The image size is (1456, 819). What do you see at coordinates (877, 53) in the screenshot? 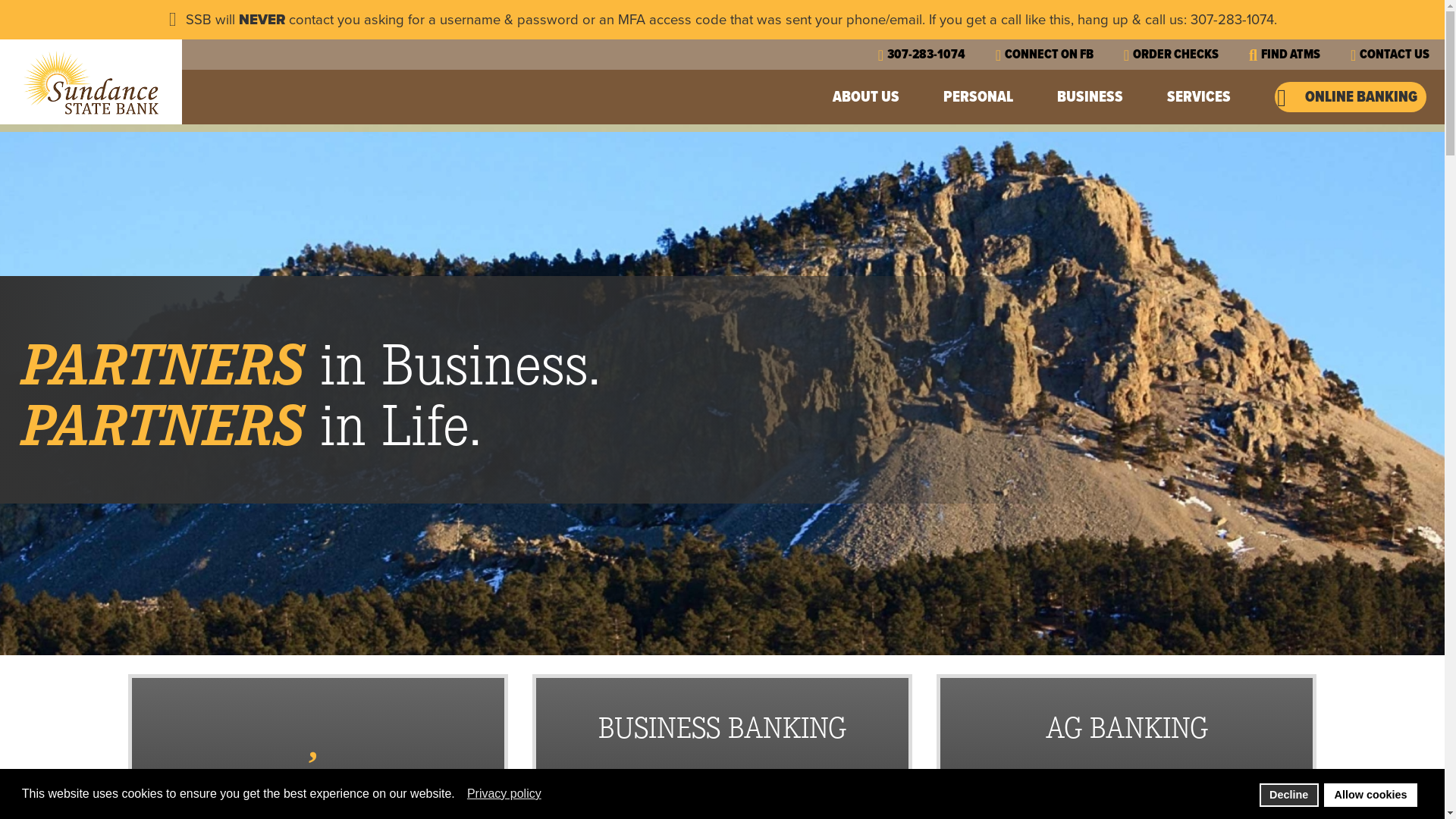
I see `'307-283-1074'` at bounding box center [877, 53].